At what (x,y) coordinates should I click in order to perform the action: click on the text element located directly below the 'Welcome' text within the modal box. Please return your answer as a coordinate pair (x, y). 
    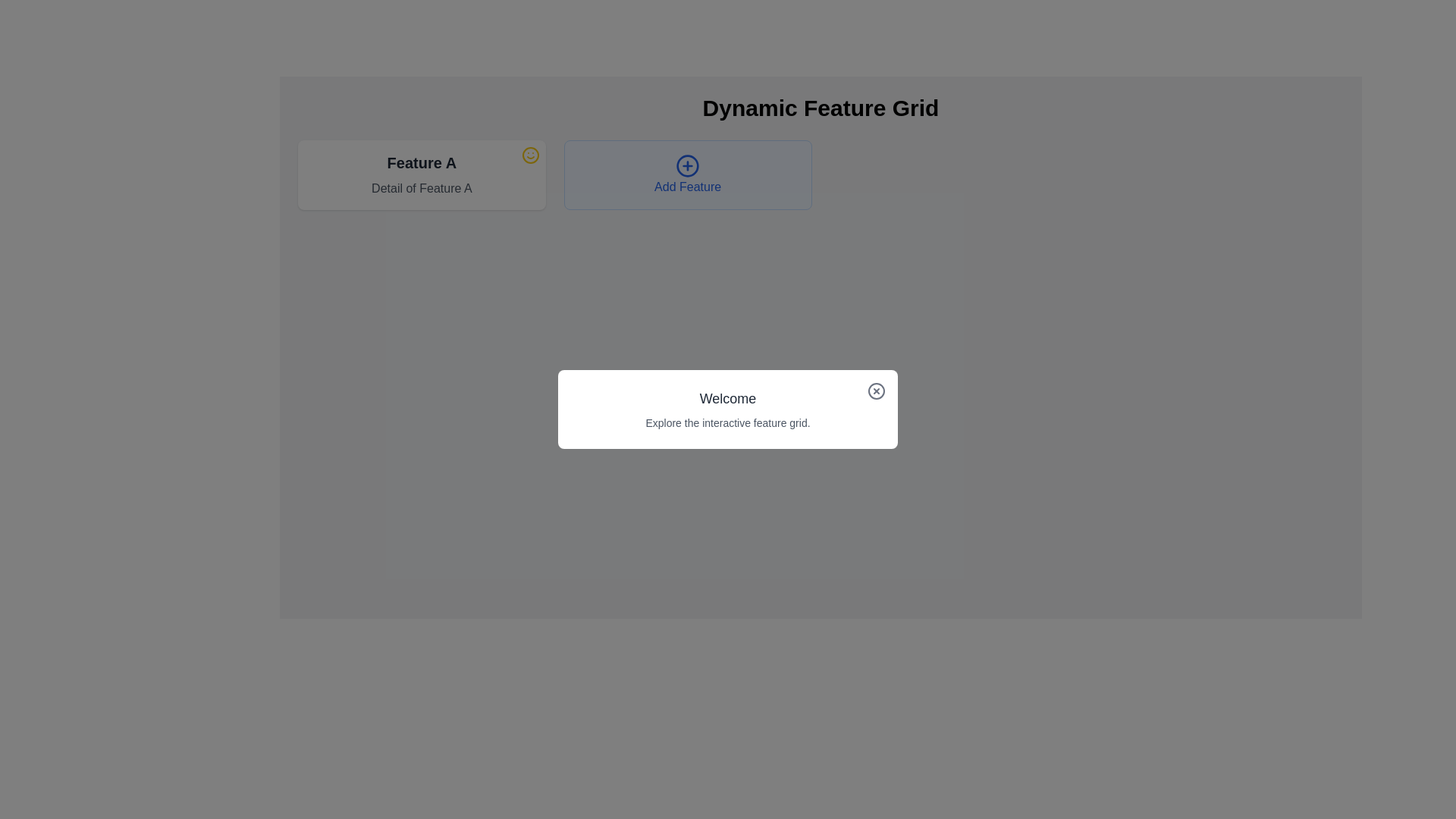
    Looking at the image, I should click on (728, 423).